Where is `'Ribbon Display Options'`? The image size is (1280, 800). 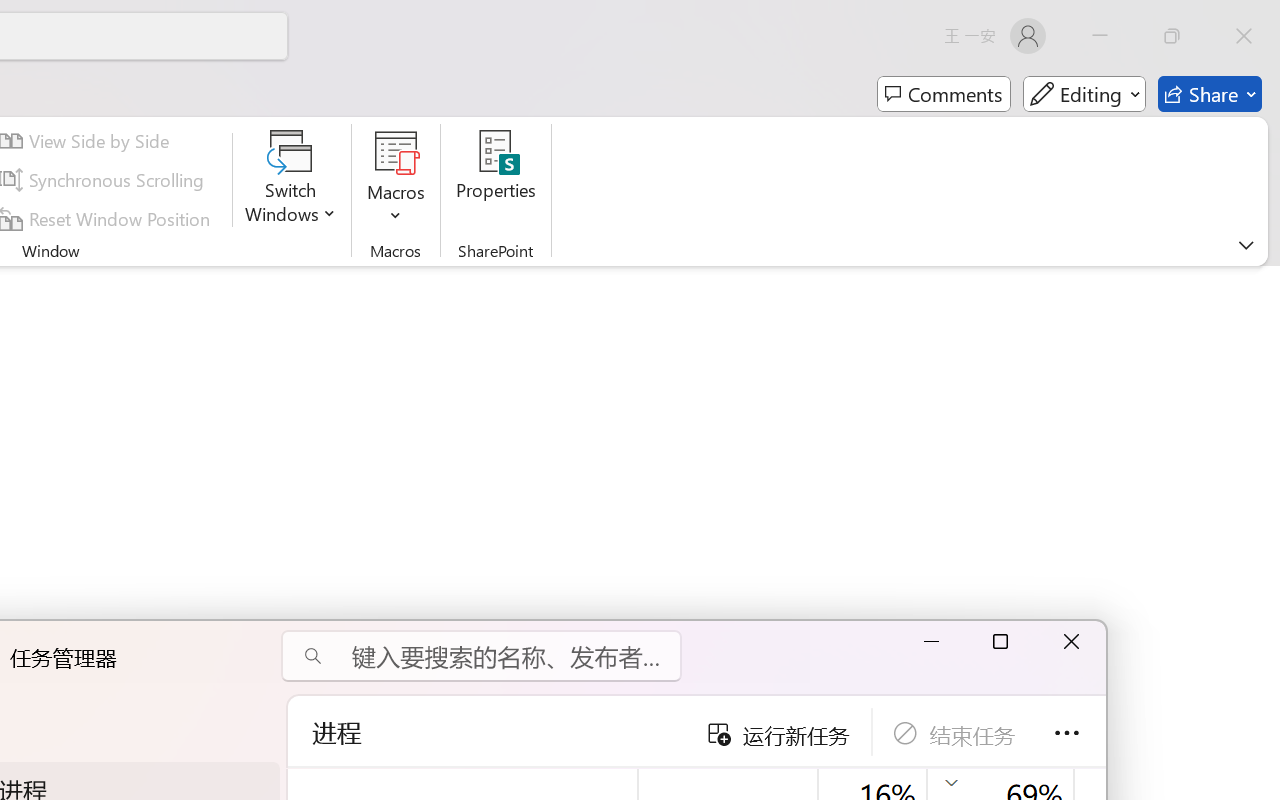
'Ribbon Display Options' is located at coordinates (1245, 244).